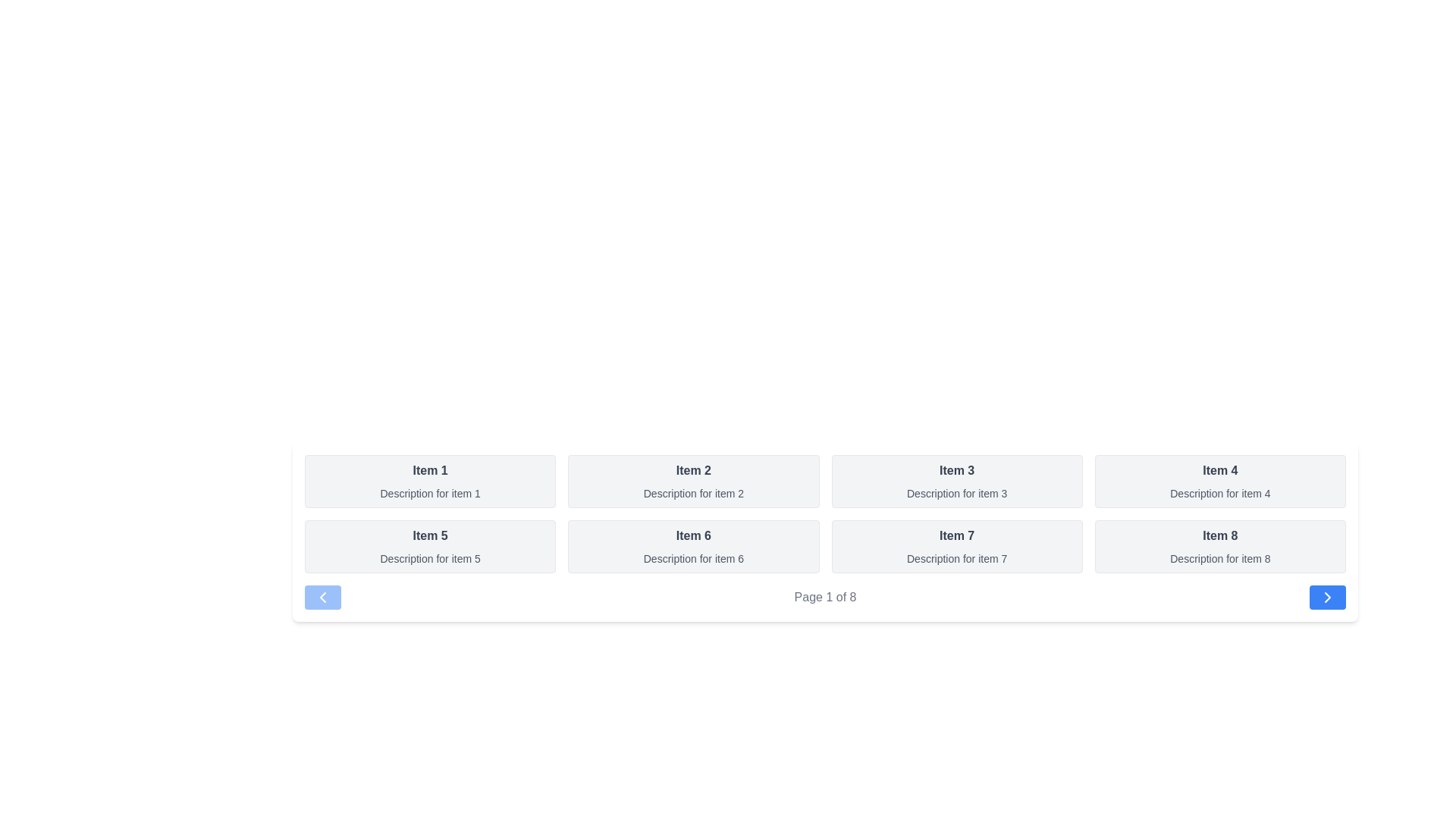  Describe the element at coordinates (1220, 558) in the screenshot. I see `the descriptive text label for the 'Item 8' section, which is the second line of text within the panel labeled 'Item 8'` at that location.